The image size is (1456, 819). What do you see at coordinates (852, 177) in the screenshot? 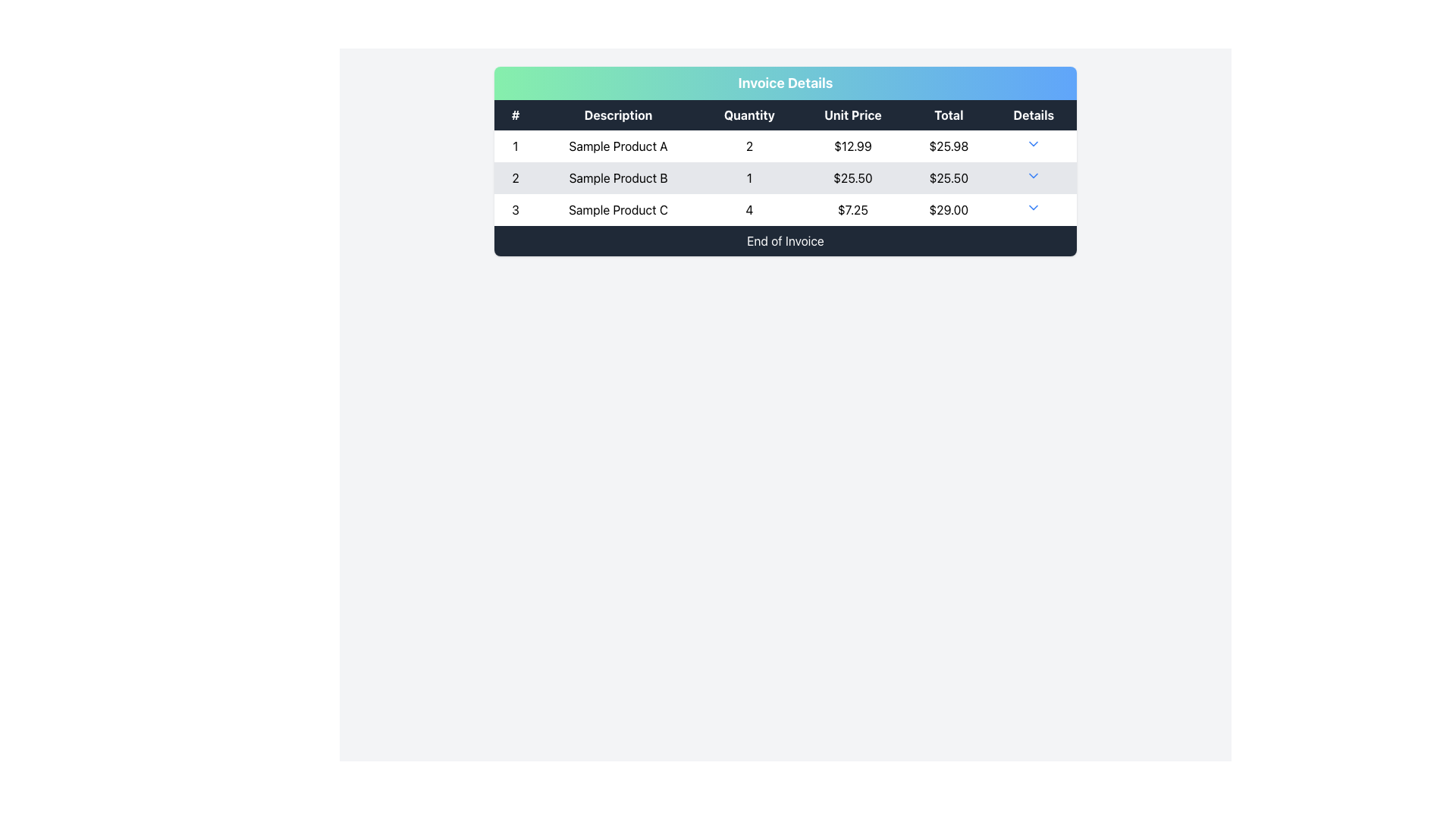
I see `text content from the text display showing '$25.50' located under the 'Unit Price' column in the second row of the table` at bounding box center [852, 177].